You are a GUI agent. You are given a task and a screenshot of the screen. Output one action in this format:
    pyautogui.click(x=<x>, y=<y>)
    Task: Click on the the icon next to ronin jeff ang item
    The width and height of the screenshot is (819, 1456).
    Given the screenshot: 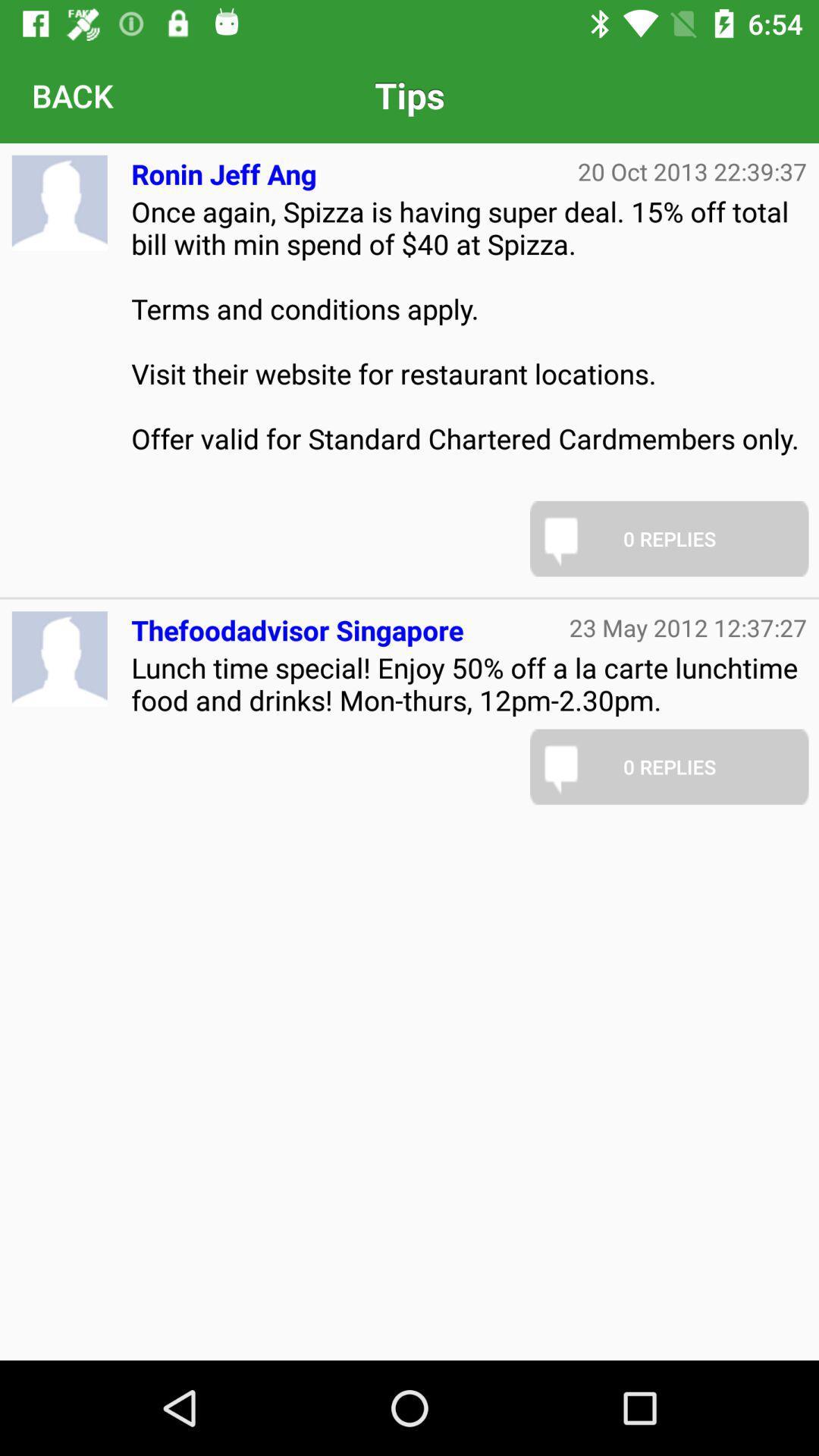 What is the action you would take?
    pyautogui.click(x=692, y=171)
    